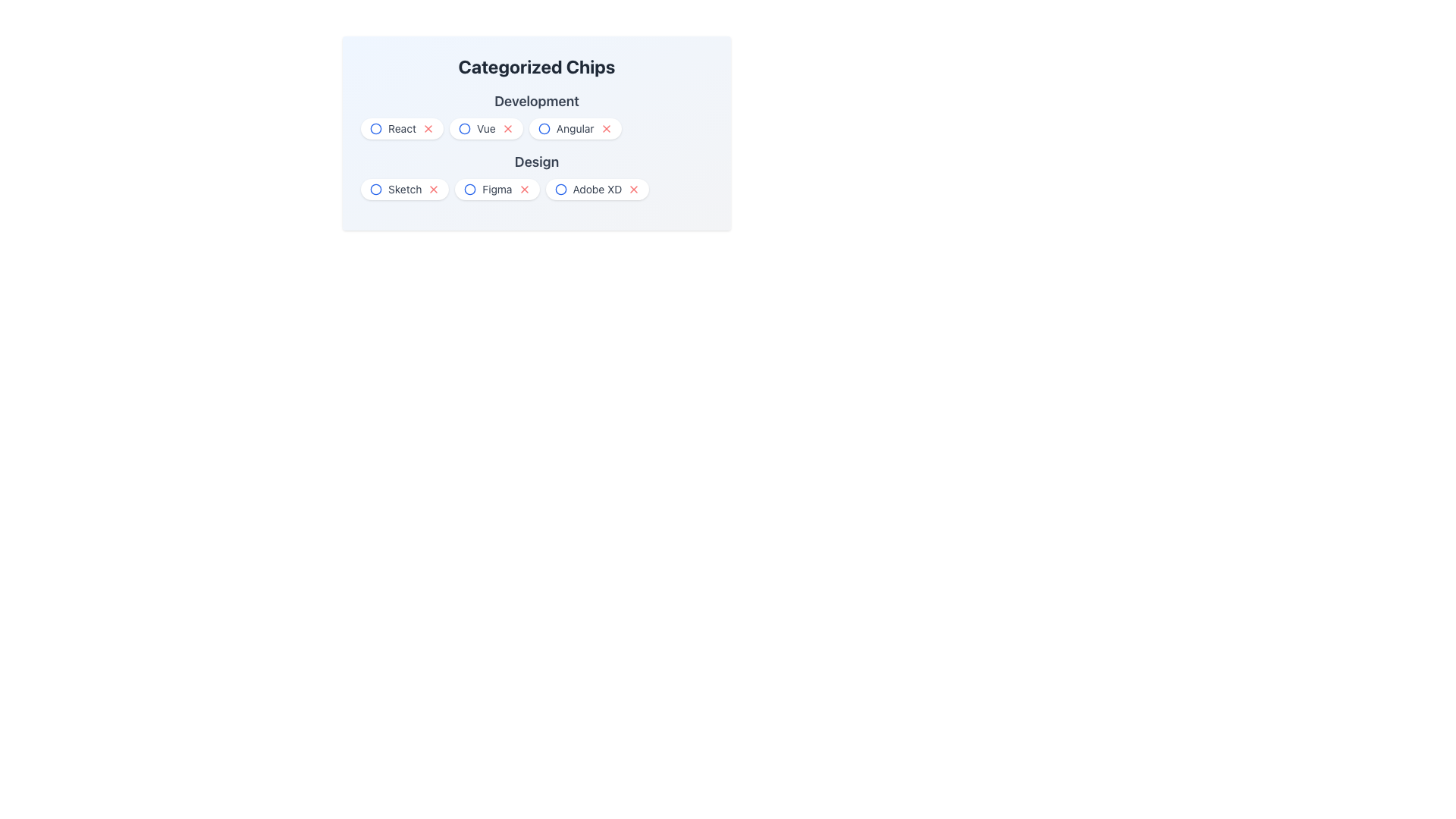  What do you see at coordinates (469, 189) in the screenshot?
I see `the circular icon with a blue border located at the leftmost side of the 'Design' group chip labeled 'Figma'` at bounding box center [469, 189].